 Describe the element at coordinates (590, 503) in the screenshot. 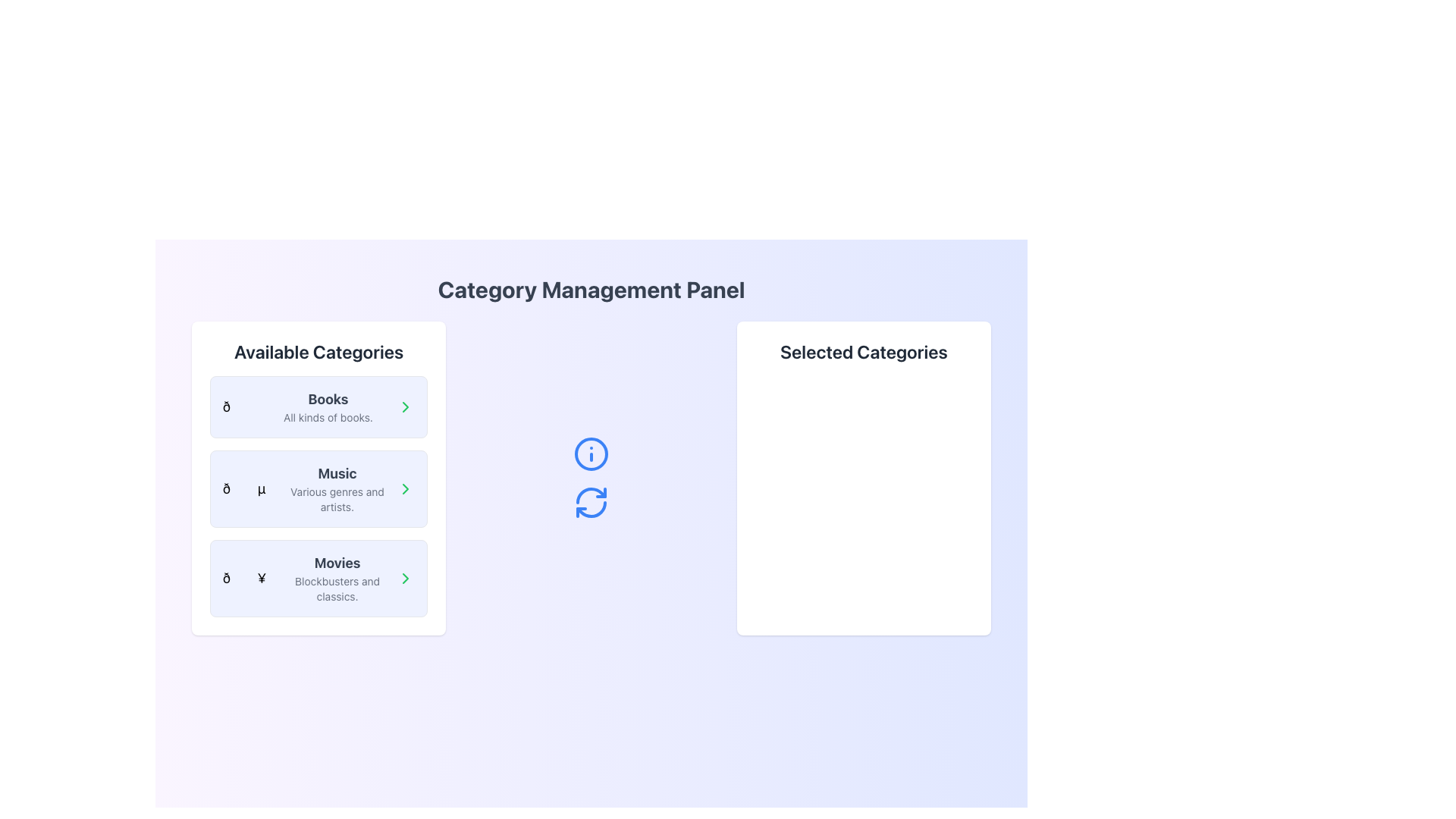

I see `the circular refresh icon with two arrows forming a loop, styled in blue, located below the information icon in the middle column of the layout` at that location.